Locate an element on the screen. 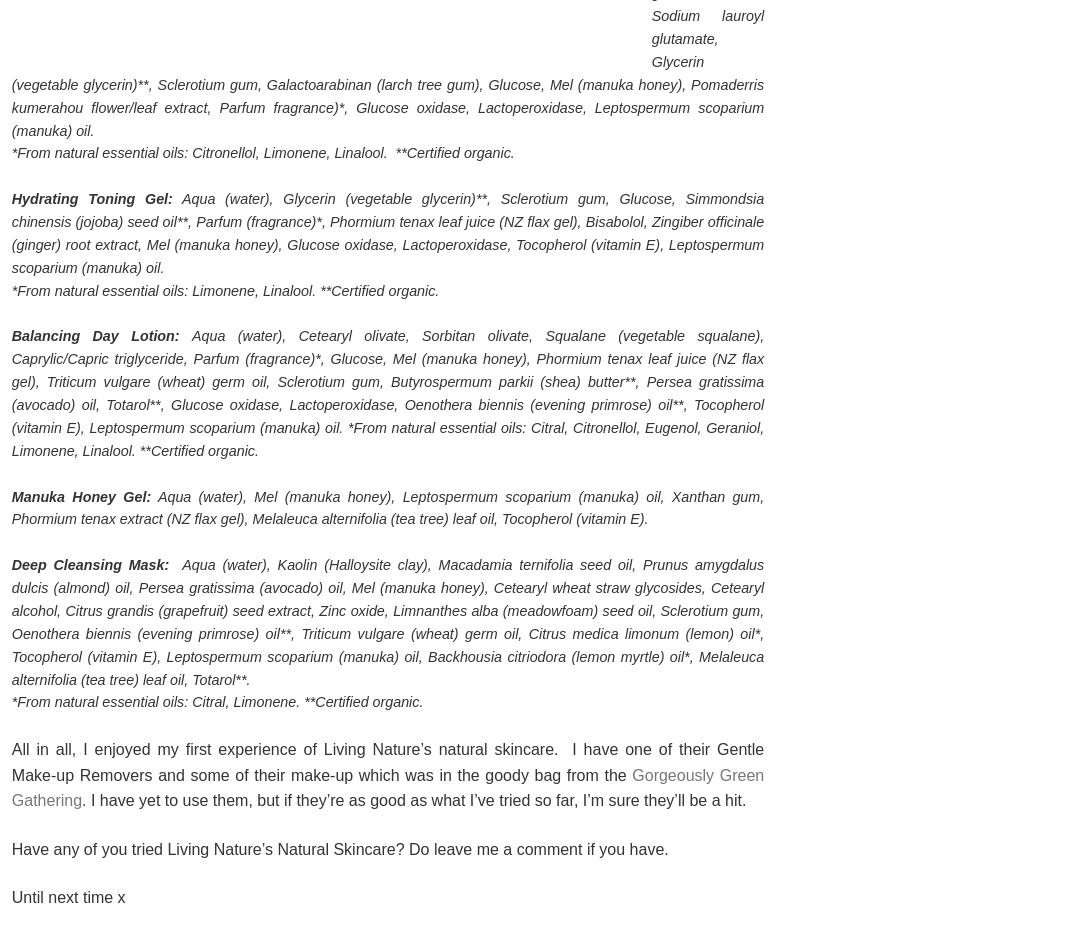 The width and height of the screenshot is (1088, 942). 'Manuka Honey Gel:' is located at coordinates (80, 495).